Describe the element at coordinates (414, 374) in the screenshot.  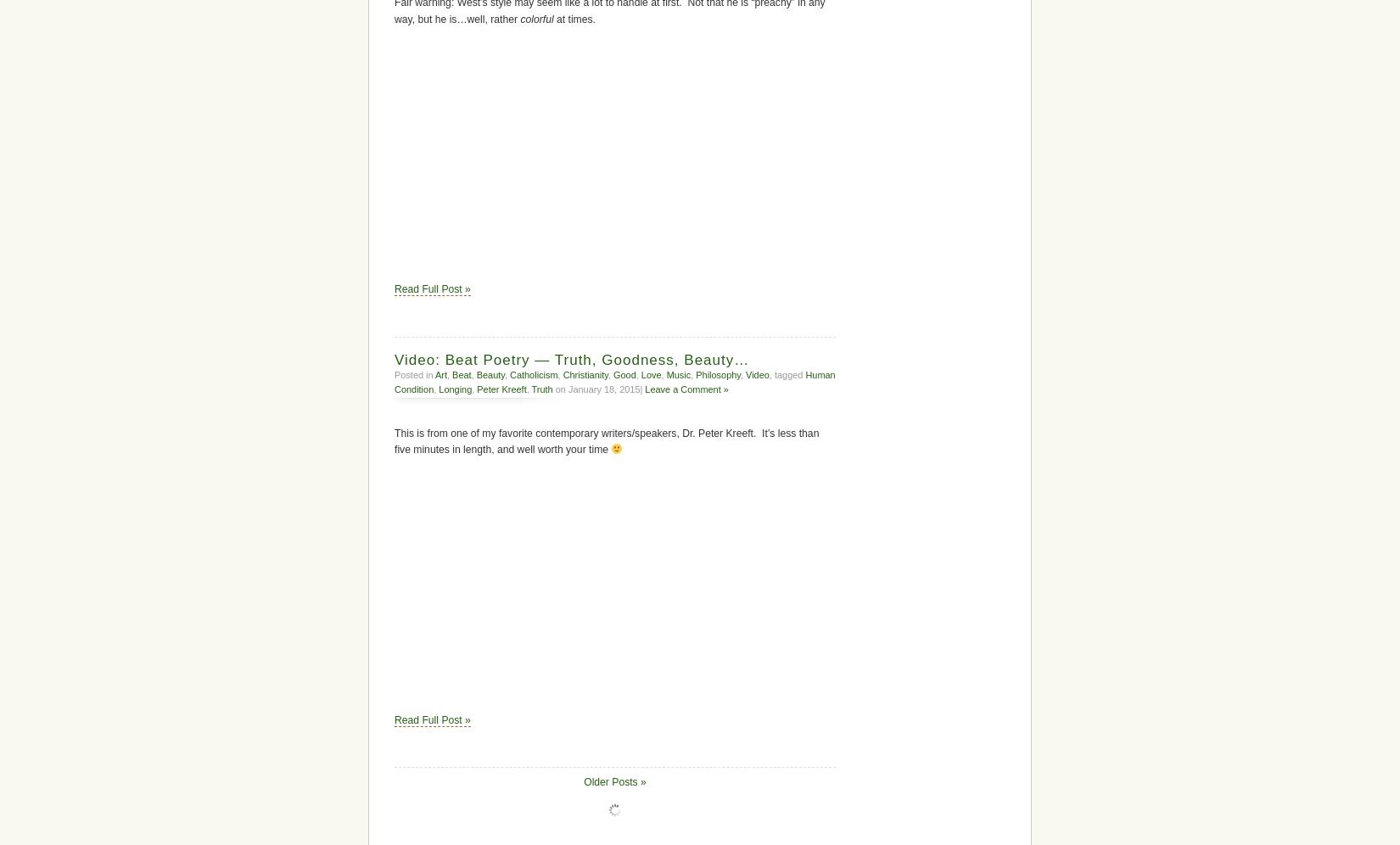
I see `'Posted in'` at that location.